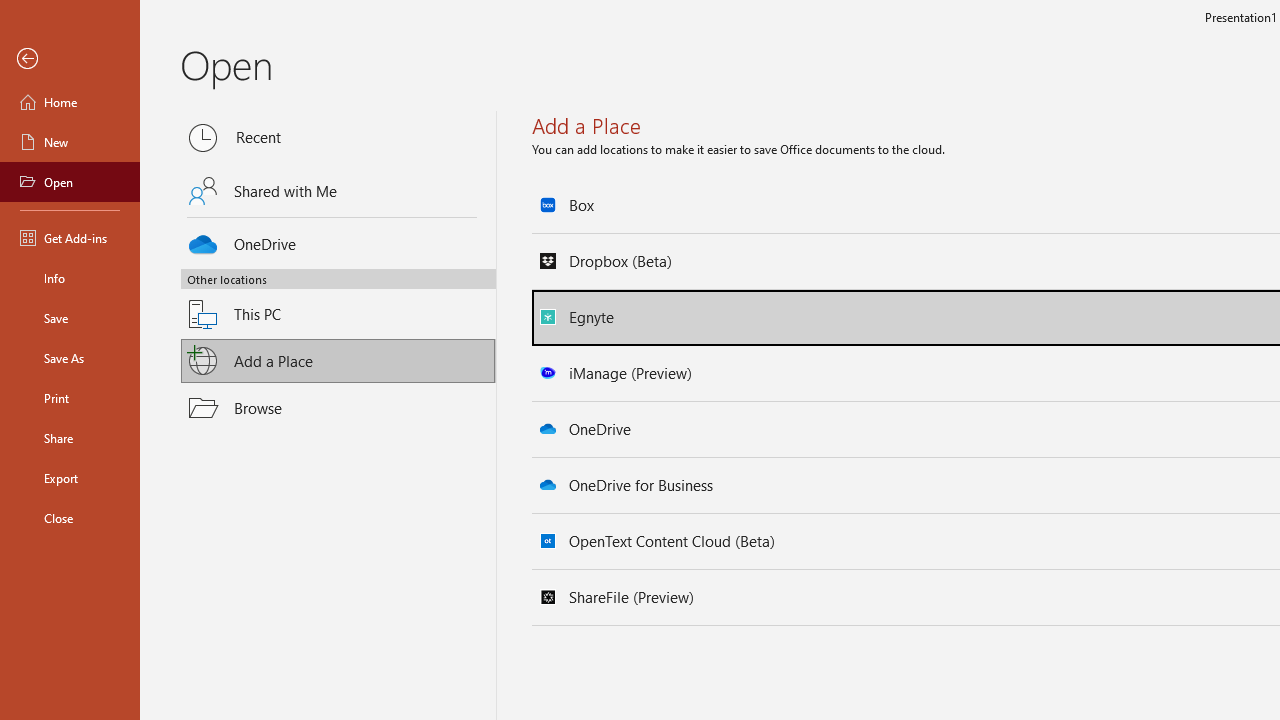 Image resolution: width=1280 pixels, height=720 pixels. What do you see at coordinates (338, 137) in the screenshot?
I see `'Recent'` at bounding box center [338, 137].